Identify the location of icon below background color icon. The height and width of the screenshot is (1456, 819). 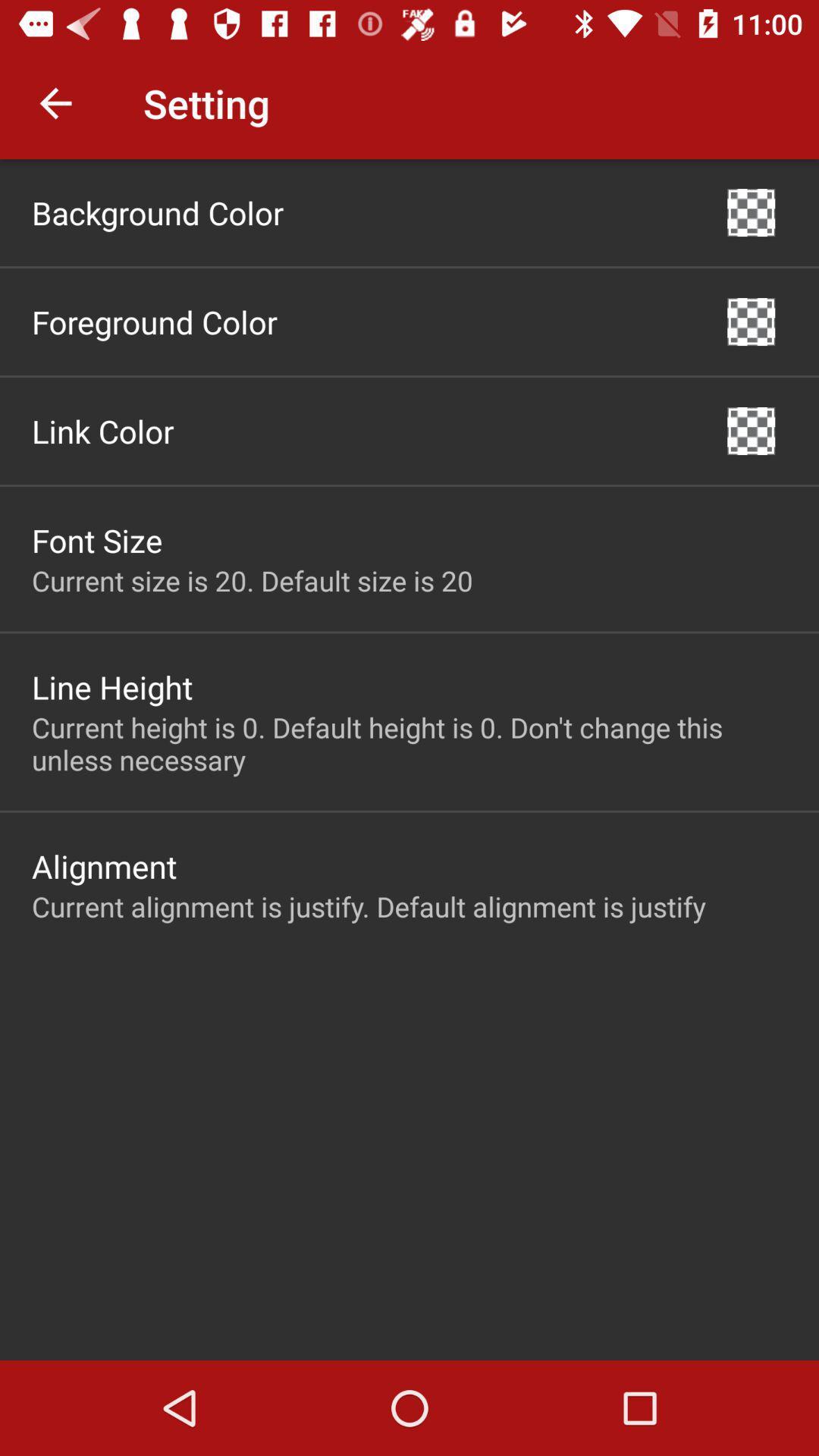
(155, 321).